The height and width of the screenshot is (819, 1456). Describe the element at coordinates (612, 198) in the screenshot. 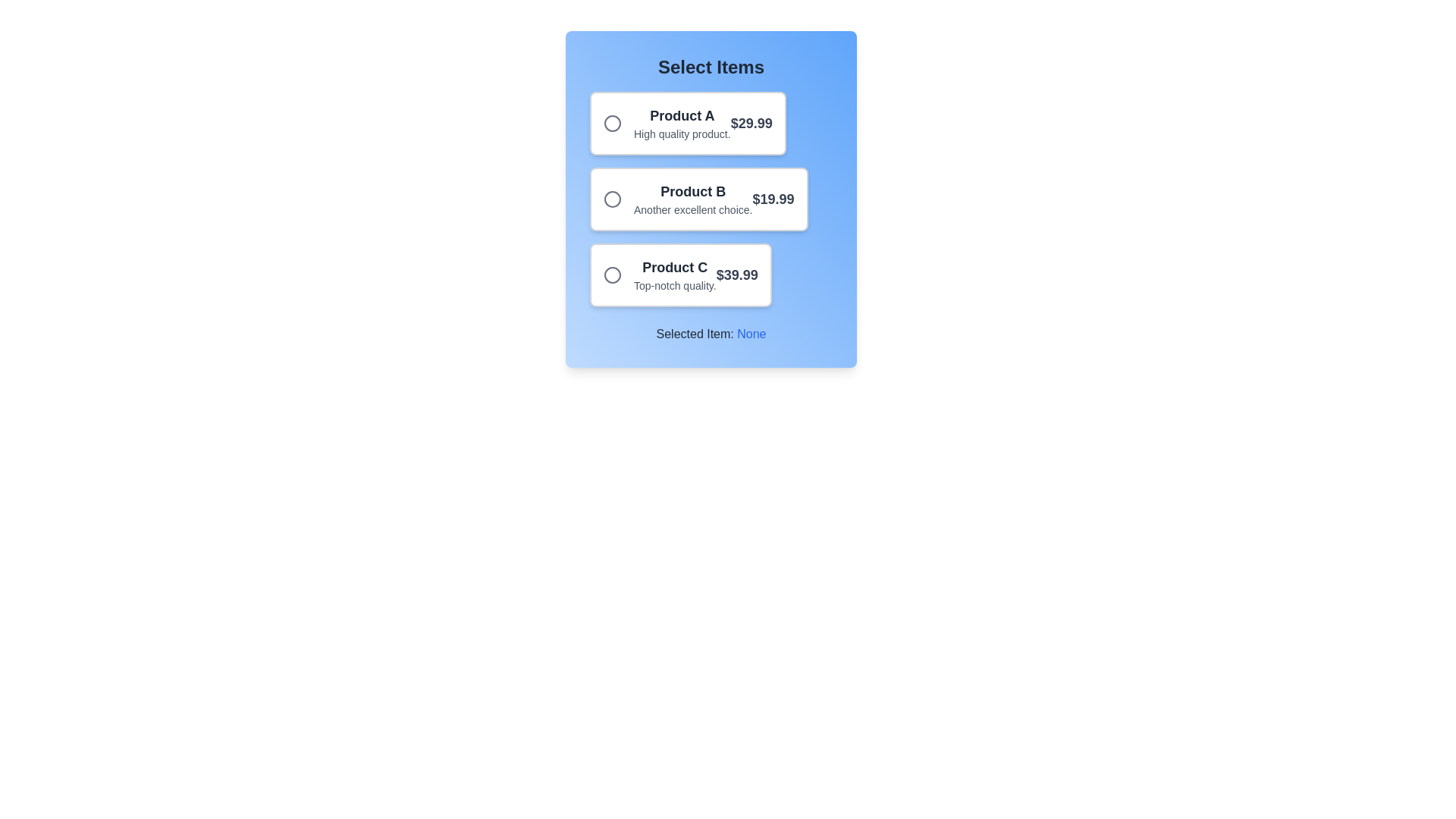

I see `the SVG circle graphic representing the radio button for the second option labeled 'Product B'` at that location.